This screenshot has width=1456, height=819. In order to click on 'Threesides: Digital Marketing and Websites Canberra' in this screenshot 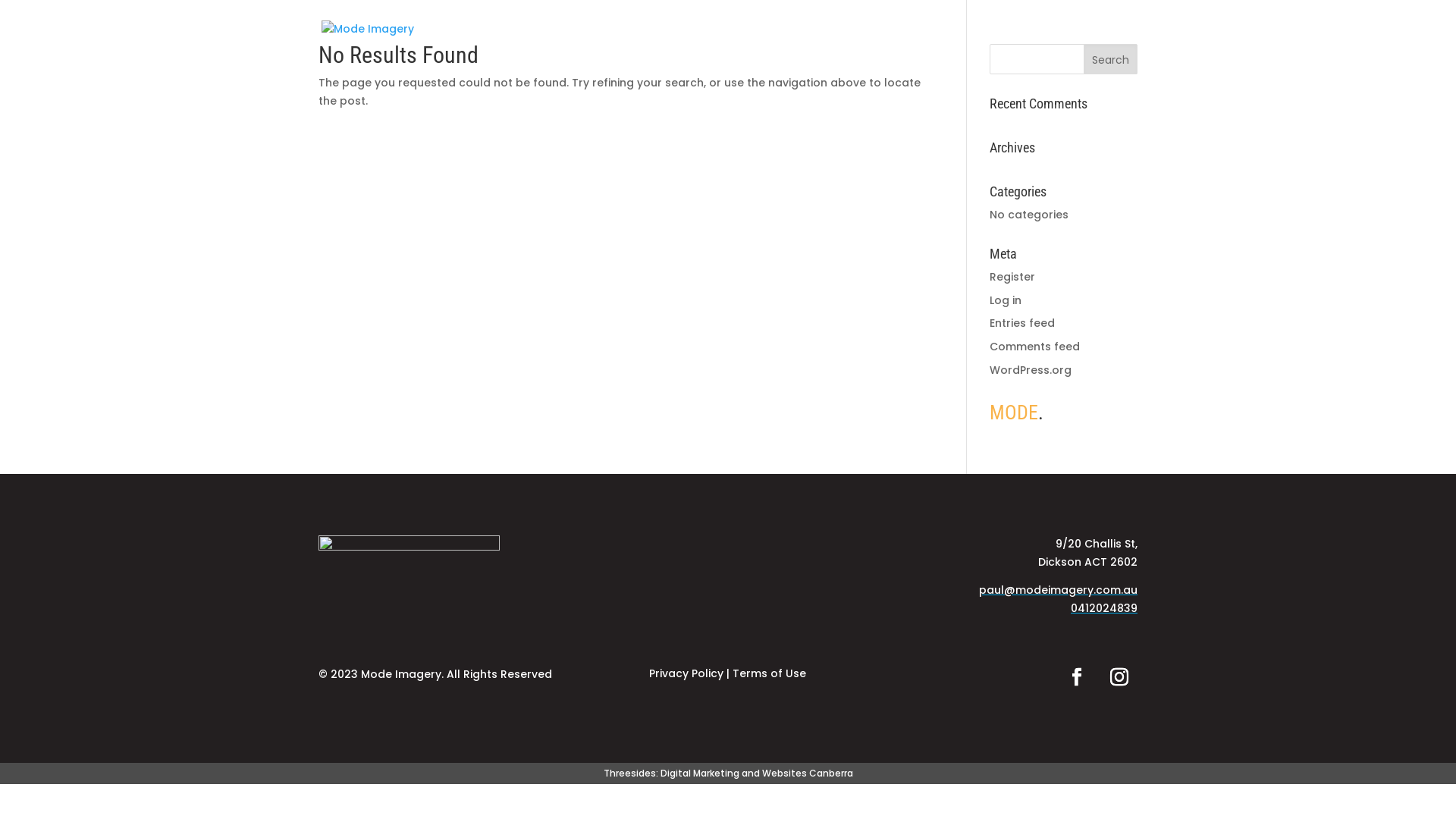, I will do `click(728, 773)`.